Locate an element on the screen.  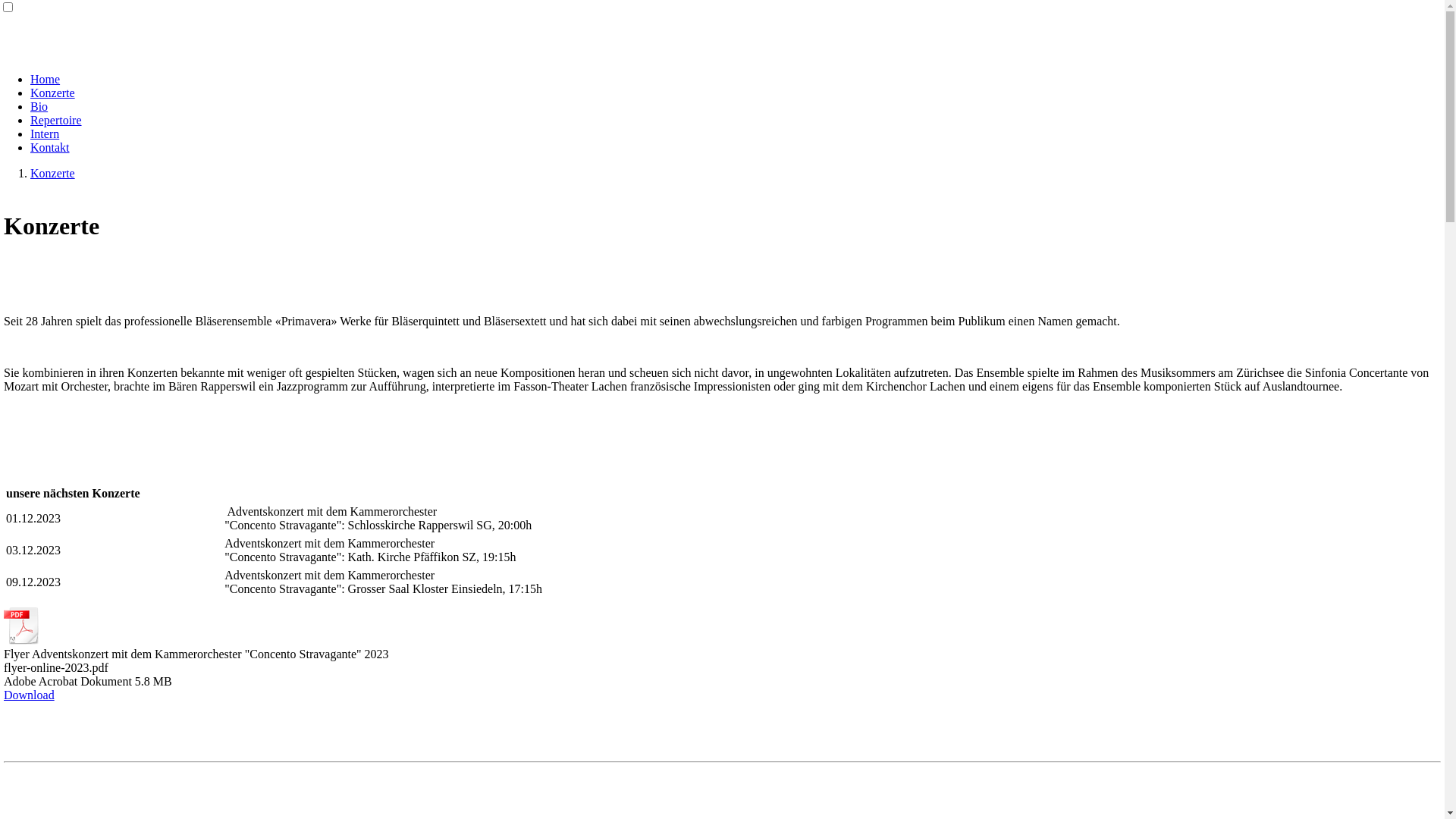
'Intern' is located at coordinates (44, 133).